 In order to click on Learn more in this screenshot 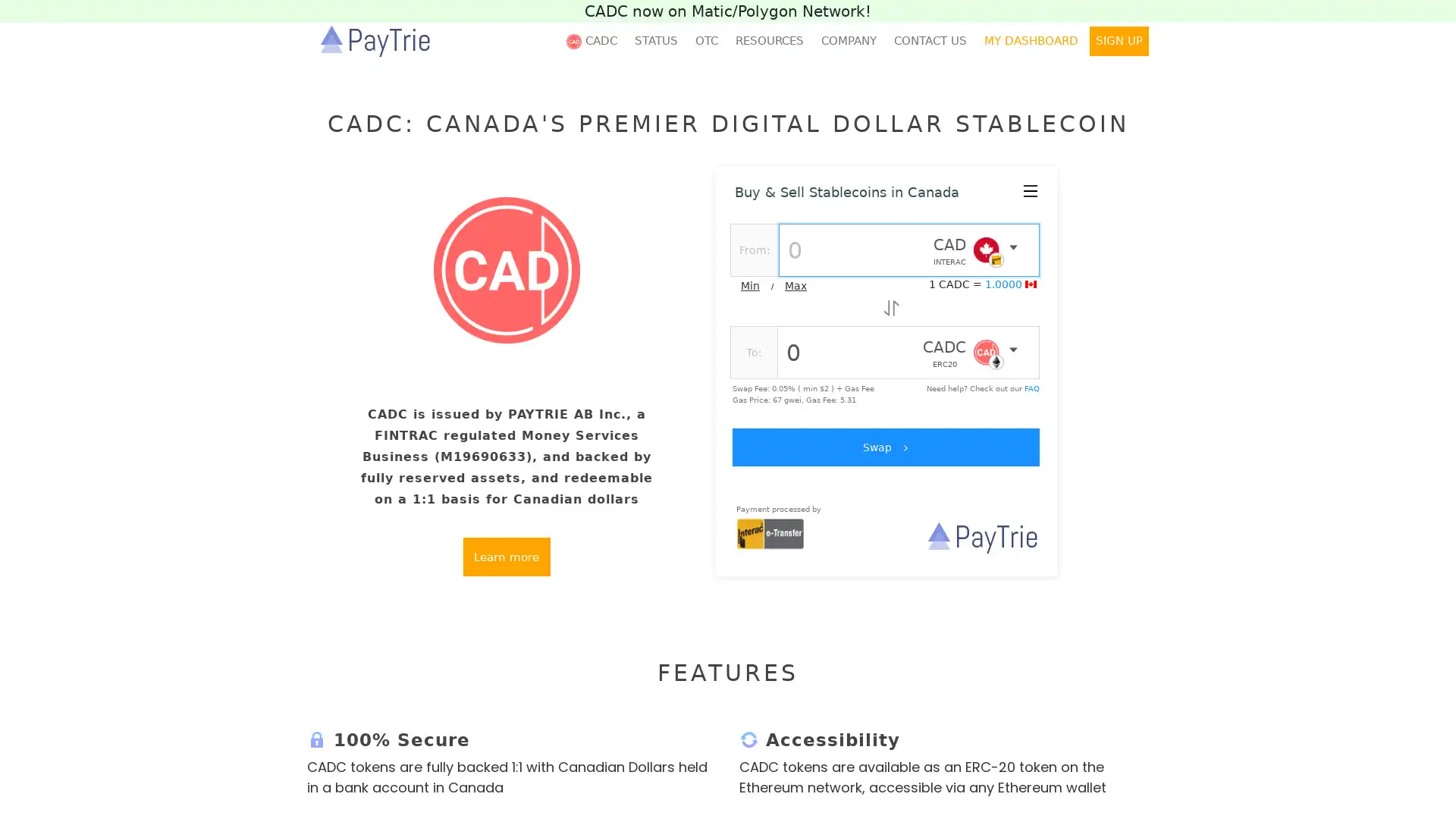, I will do `click(506, 557)`.